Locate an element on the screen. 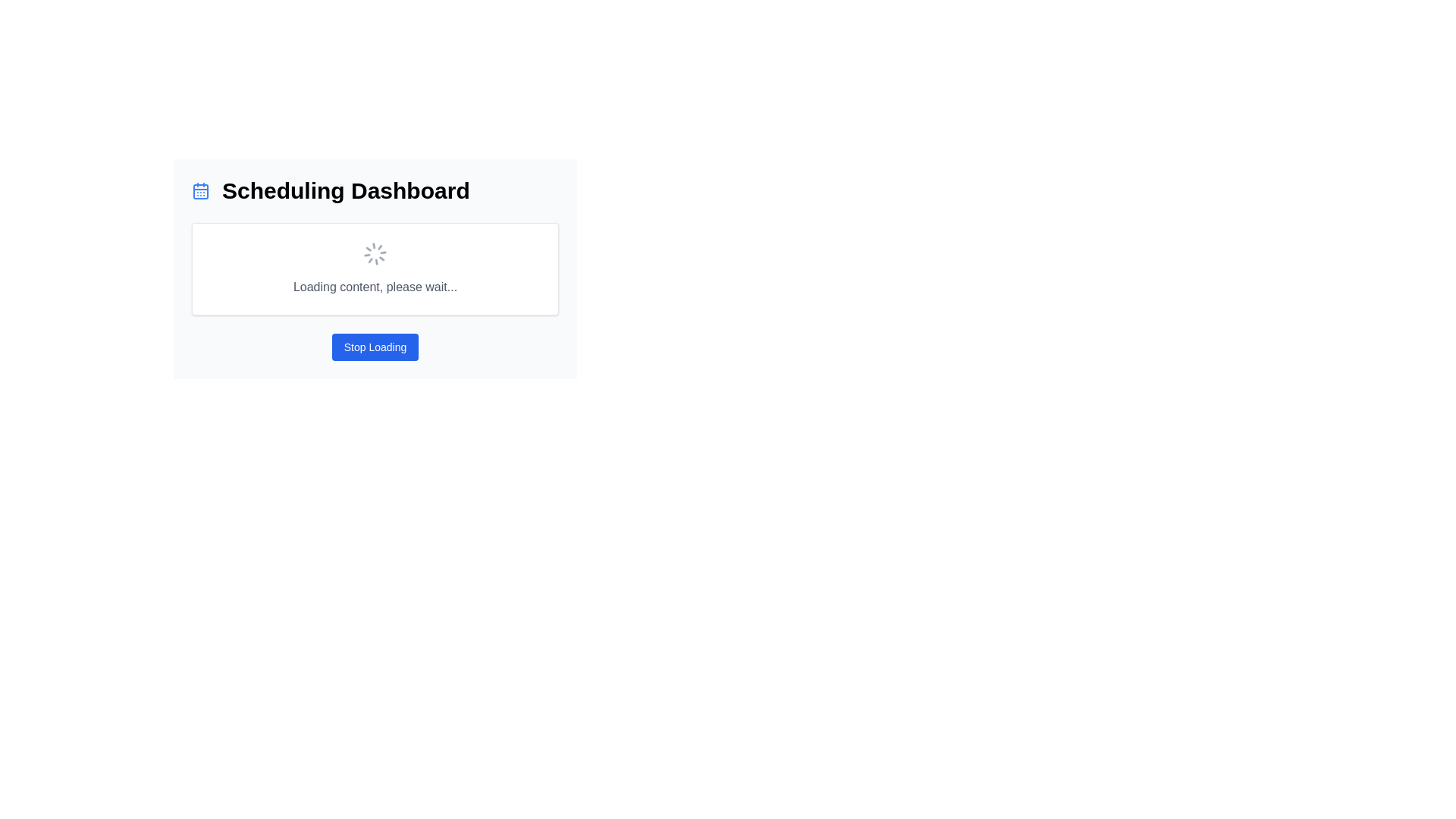 The width and height of the screenshot is (1456, 819). the rounded rectangle element with a light blue background that is part of the calendar icon, located at the center of the icon, which is to the left of the 'Scheduling Dashboard' text is located at coordinates (199, 191).